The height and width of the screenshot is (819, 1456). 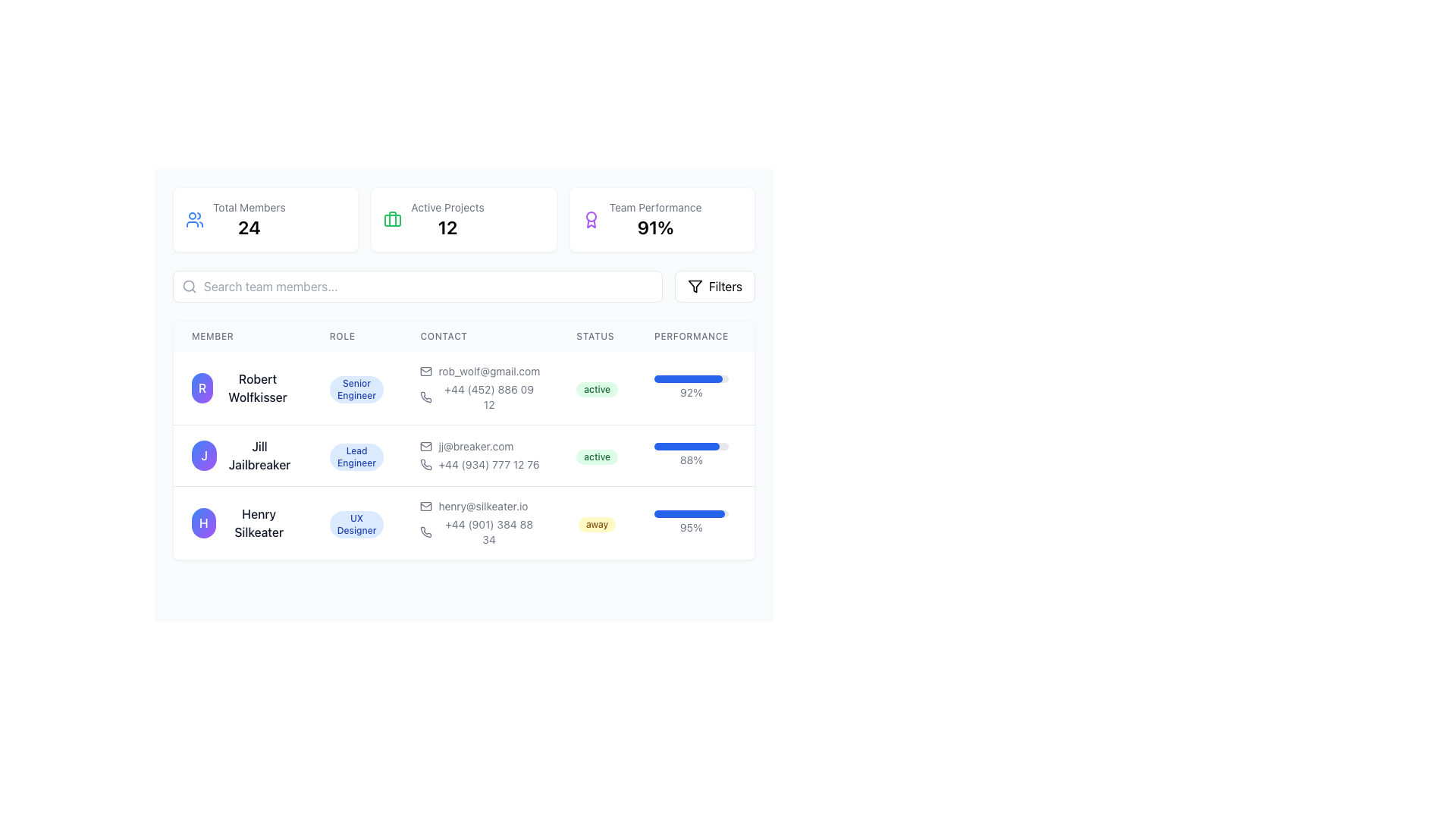 What do you see at coordinates (479, 388) in the screenshot?
I see `the text and icon pair displaying contact information for team member 'Robert Wolfkisser' located under the 'Contact' column in the first row of the team members table` at bounding box center [479, 388].